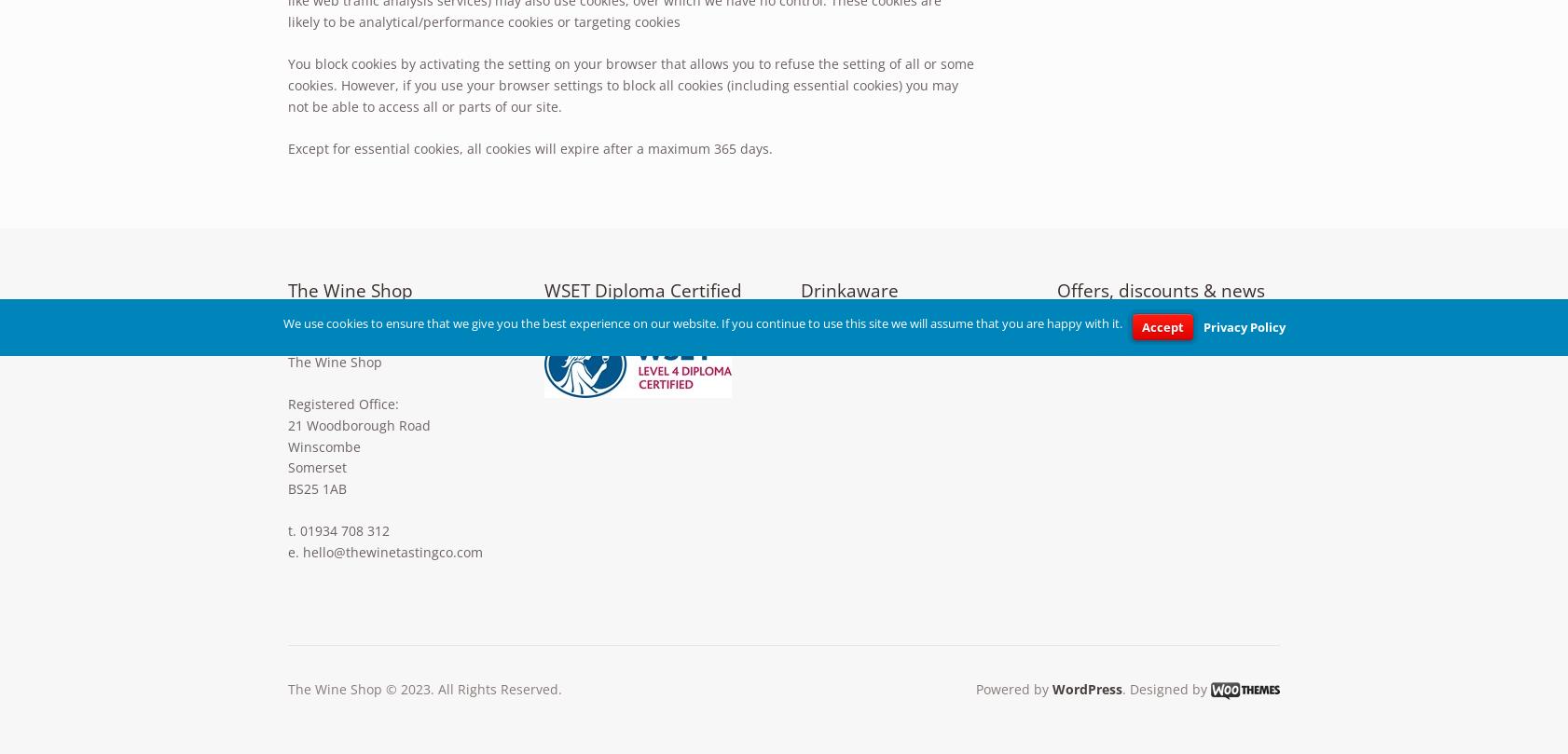 This screenshot has width=1568, height=754. I want to click on '21 Woodborough Road', so click(358, 423).